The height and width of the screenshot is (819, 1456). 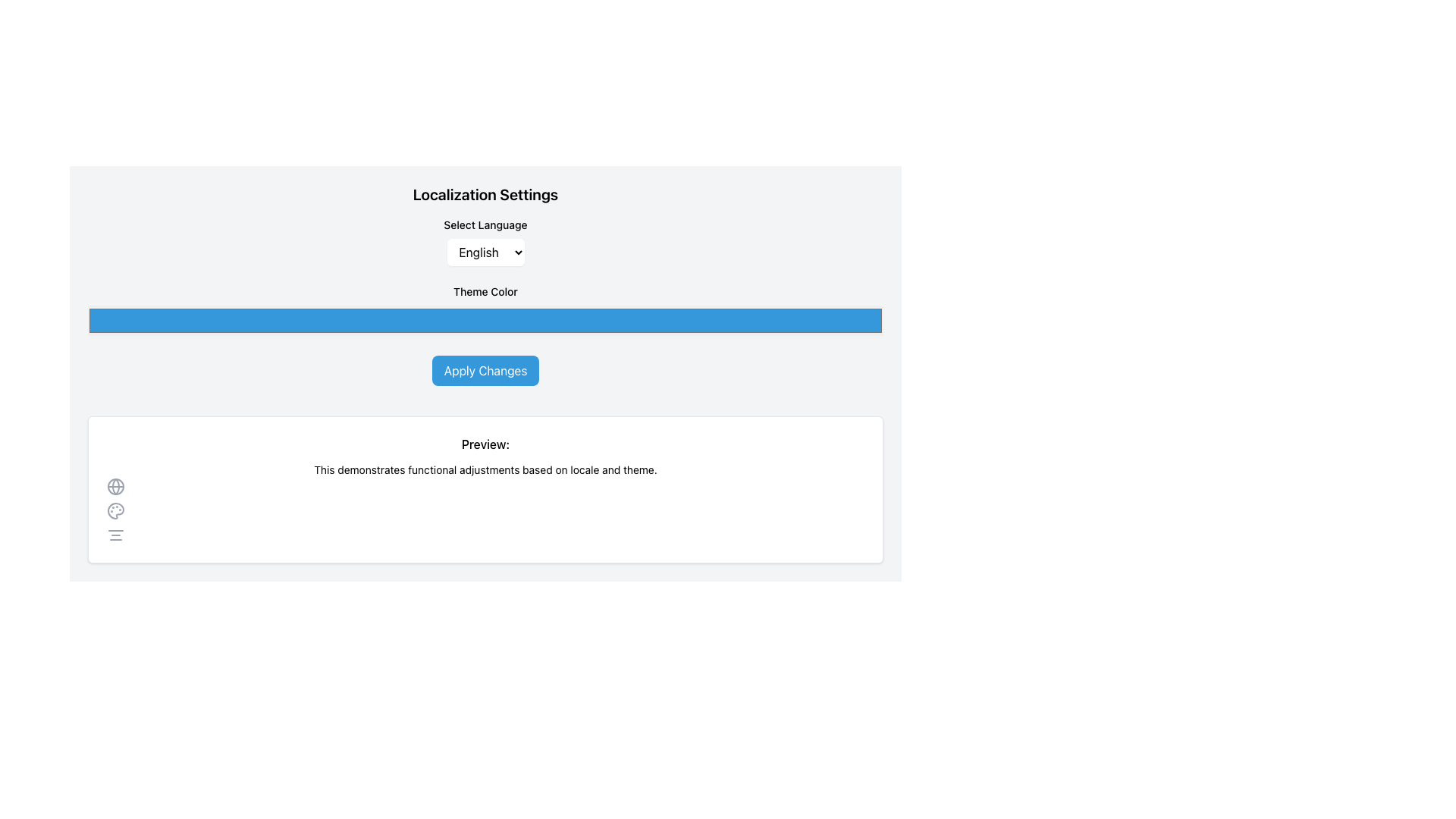 What do you see at coordinates (485, 225) in the screenshot?
I see `the 'Select Language' text label, which is styled in a smaller font size and positioned at the top of a form section, directly above the corresponding dropdown input` at bounding box center [485, 225].